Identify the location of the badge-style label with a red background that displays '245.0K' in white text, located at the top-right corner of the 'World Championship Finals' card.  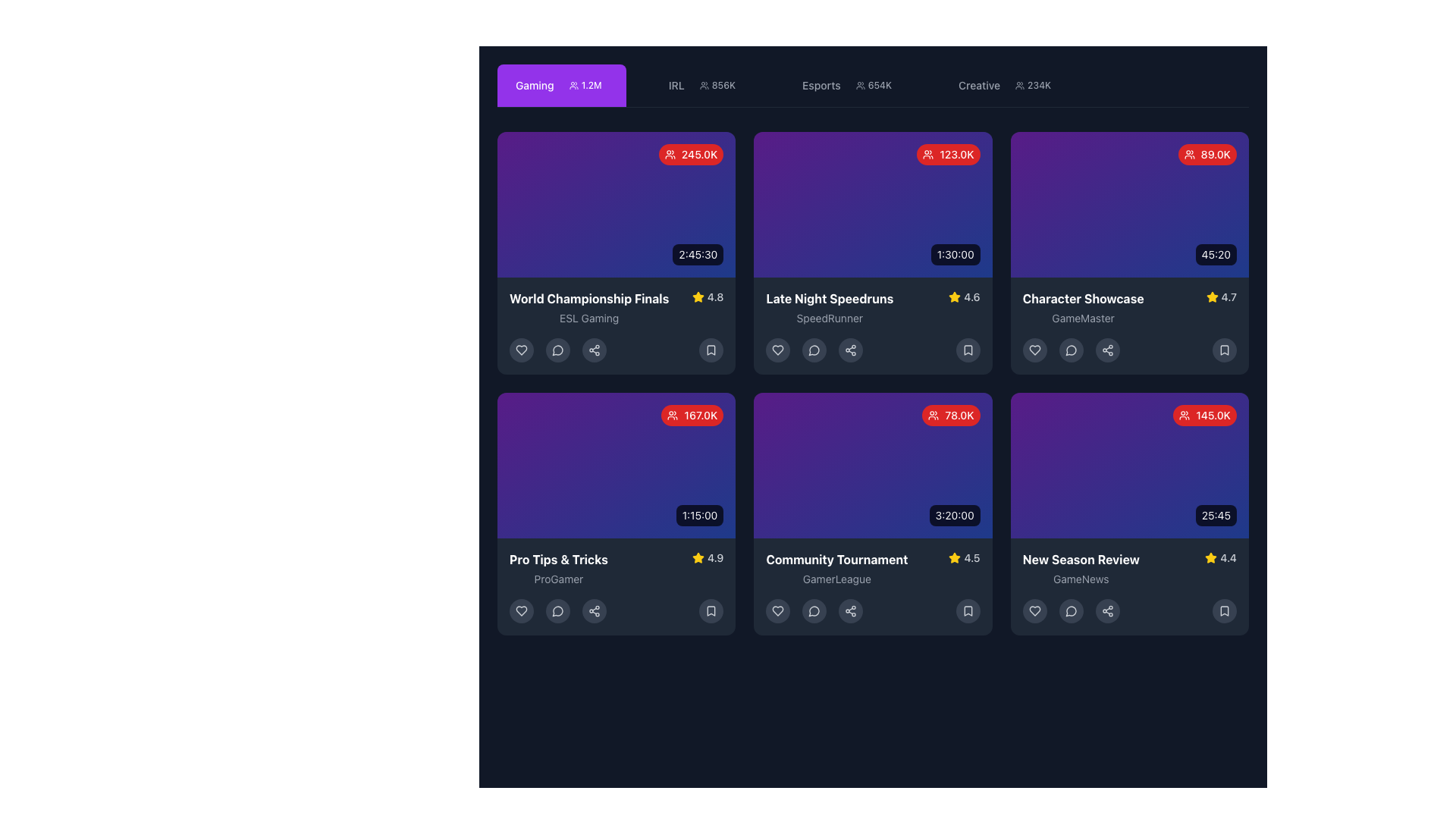
(690, 155).